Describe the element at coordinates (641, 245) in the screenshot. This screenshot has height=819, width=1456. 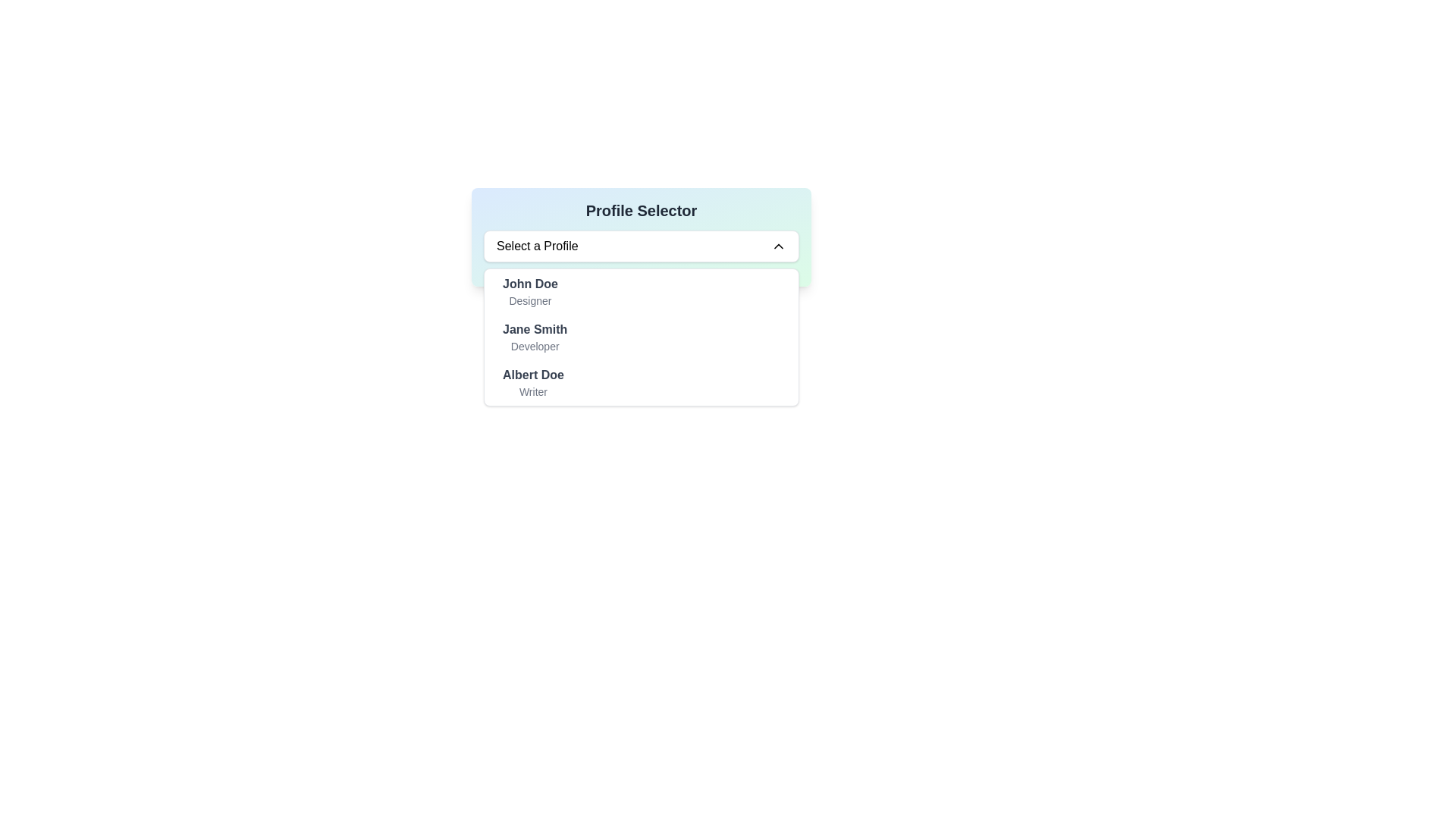
I see `on the dropdown menu labeled 'Select a Profile' located beneath the 'Profile Selector' title` at that location.